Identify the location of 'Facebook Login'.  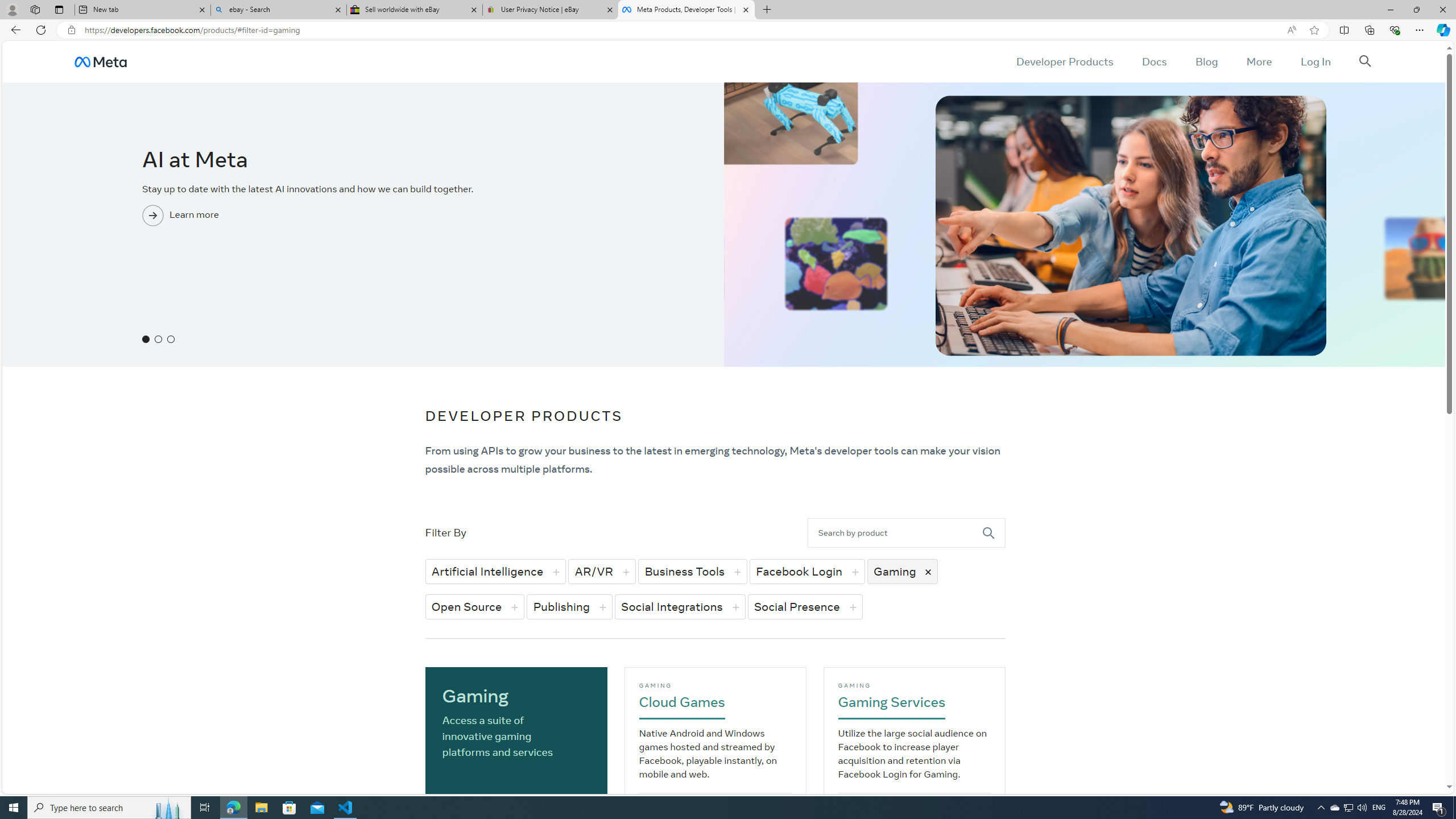
(806, 571).